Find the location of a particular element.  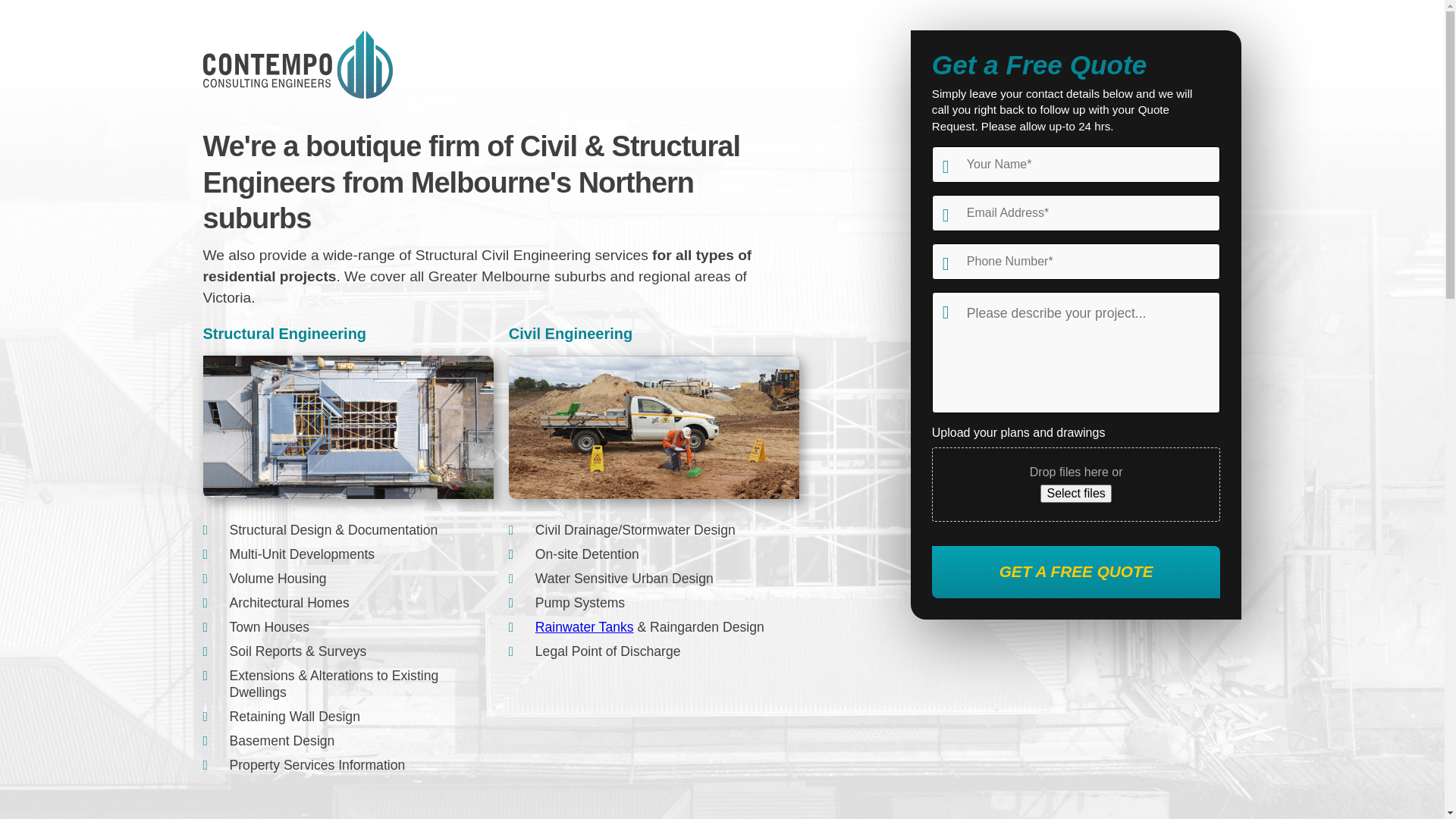

'Rainwater Tanks' is located at coordinates (584, 626).